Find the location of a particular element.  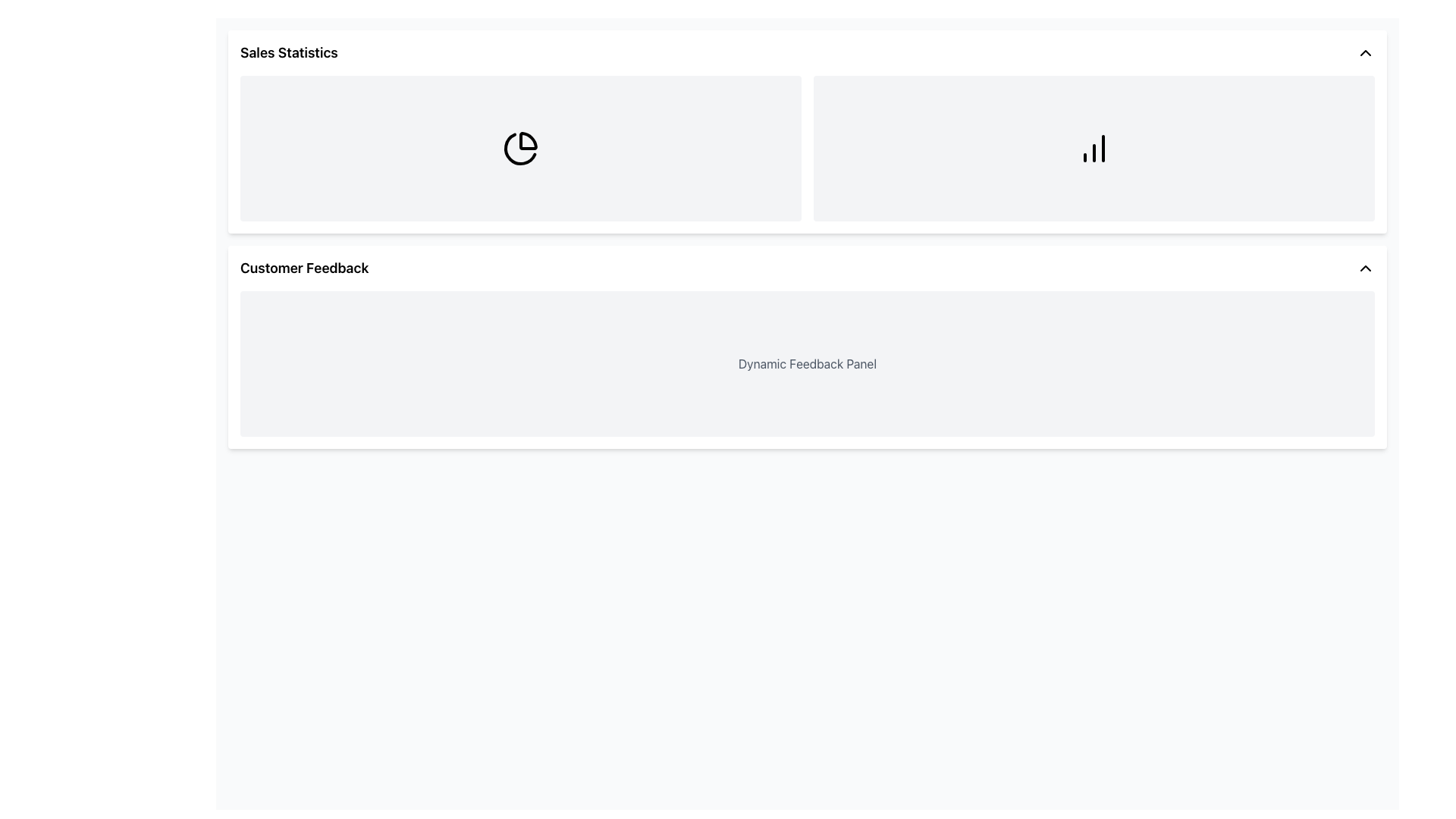

the header text element labeled 'Sales Statistics', which is prominently displayed in bold typography at the top left corner of its section panel is located at coordinates (289, 52).